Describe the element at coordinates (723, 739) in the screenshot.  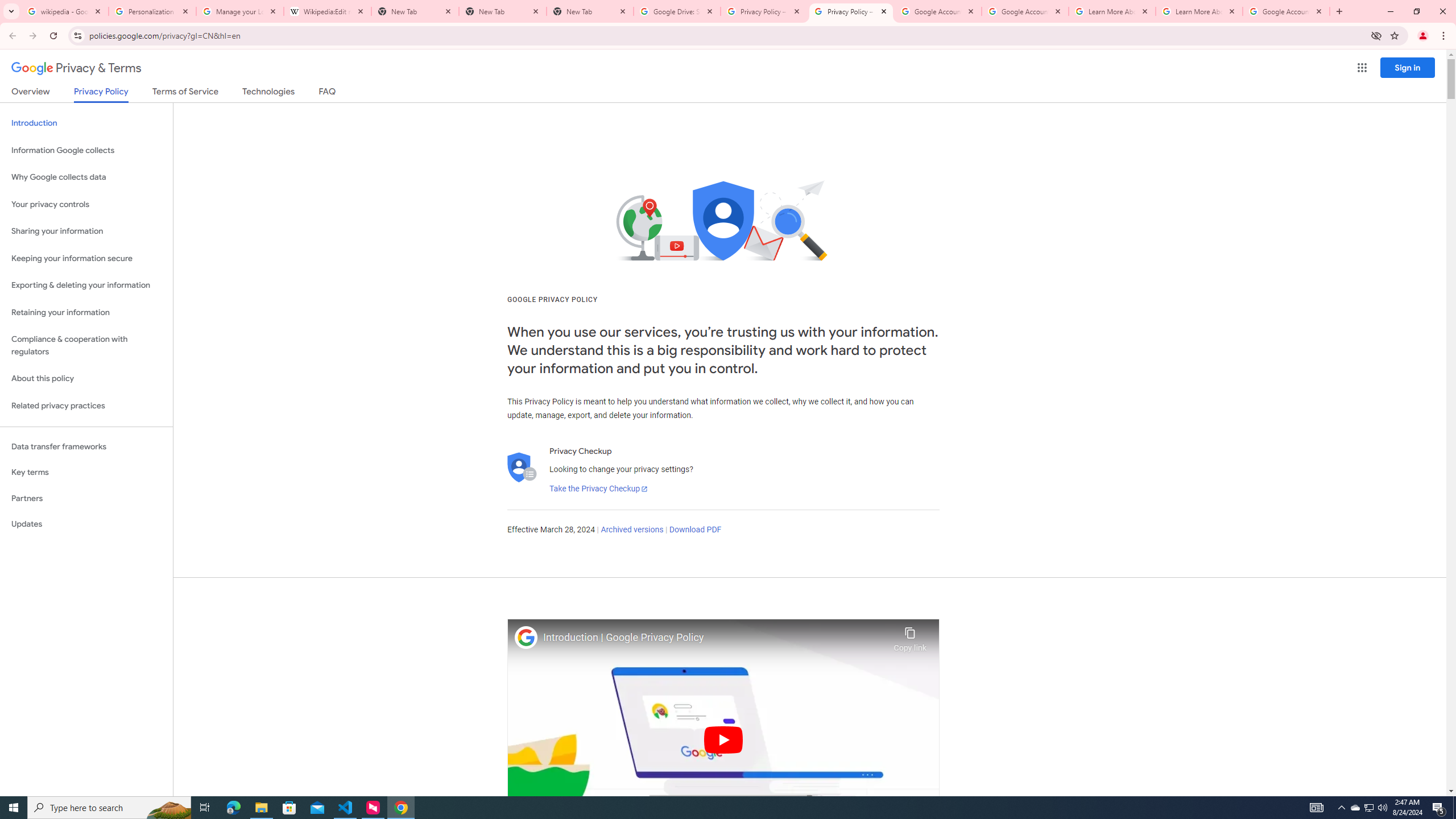
I see `'Play'` at that location.